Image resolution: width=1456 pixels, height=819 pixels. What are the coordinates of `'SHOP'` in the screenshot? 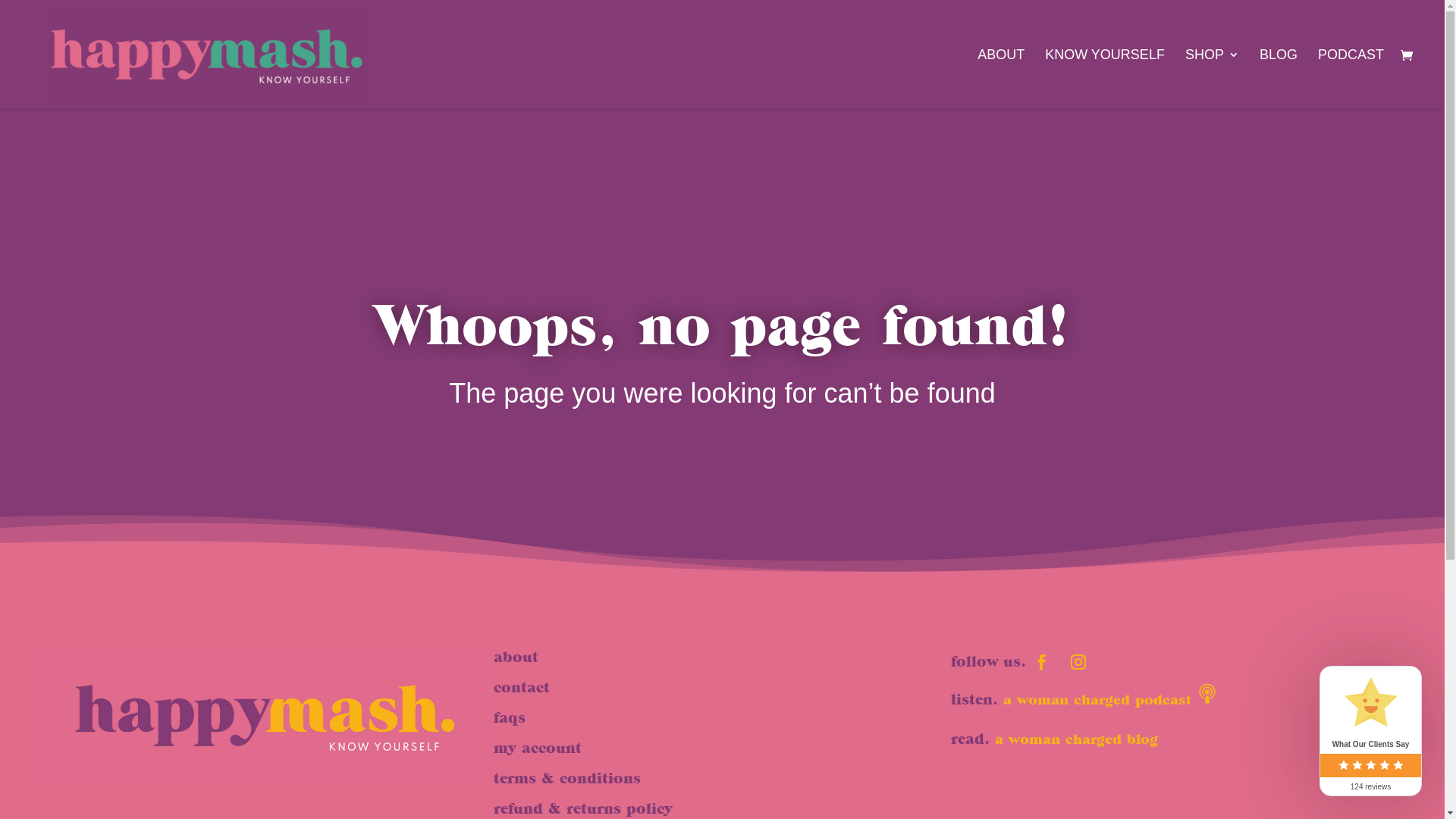 It's located at (1185, 79).